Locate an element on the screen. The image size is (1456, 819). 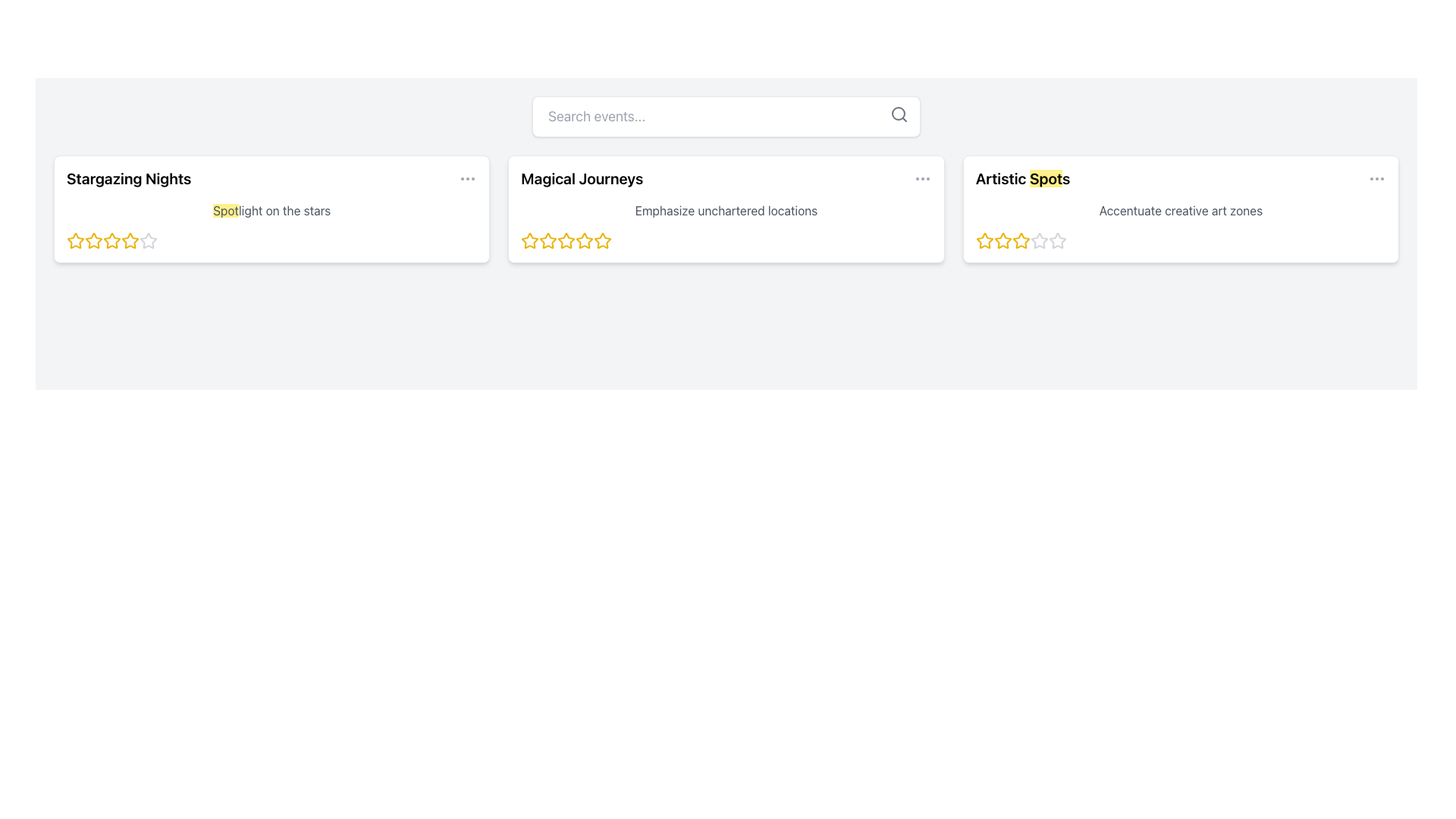
the fifth star icon in the rating system located under the text 'Stargazing Nights' is located at coordinates (149, 240).